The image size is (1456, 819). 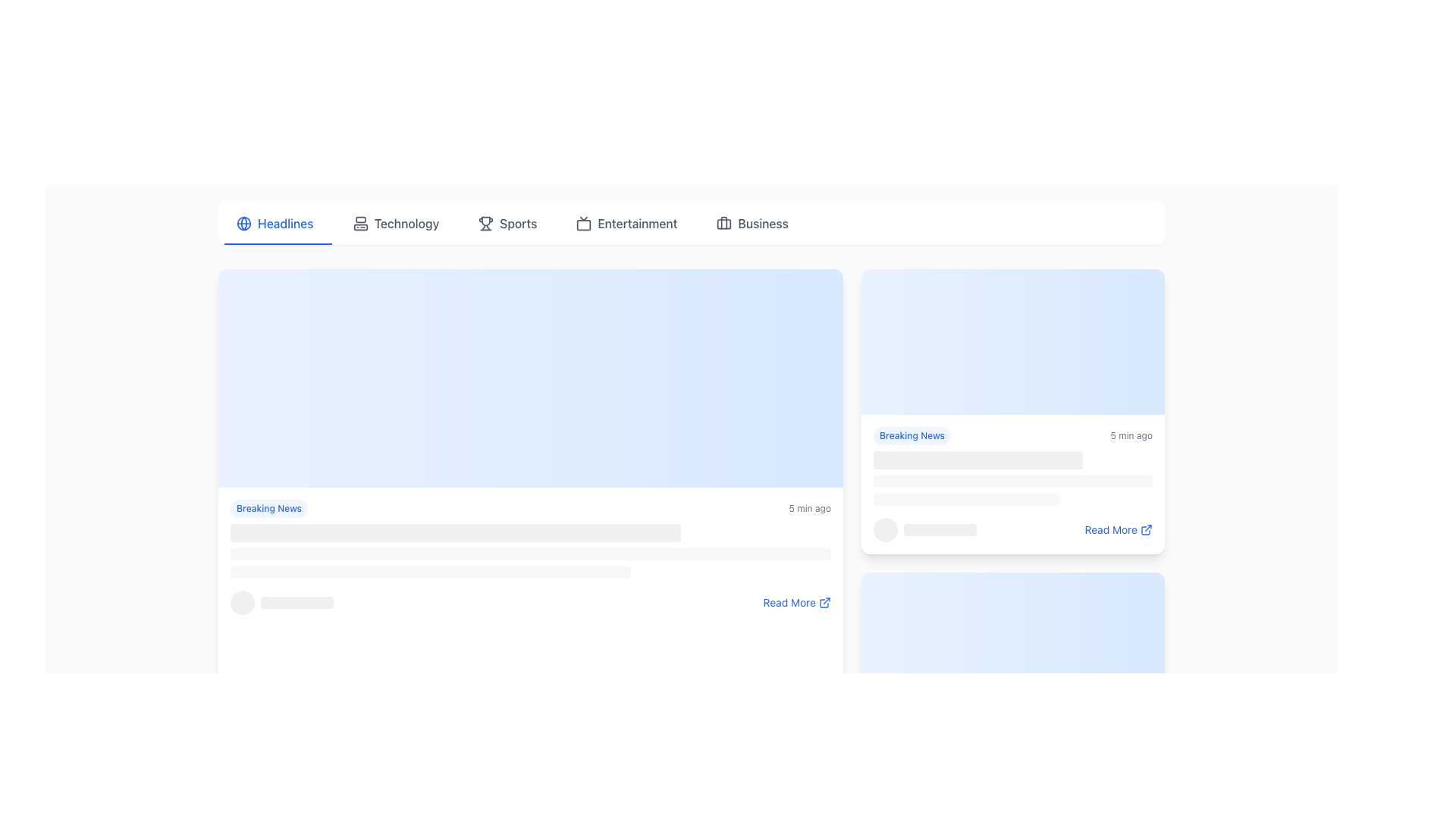 I want to click on the placeholder or skeleton loader located to the right of the circular component and below the 'Breaking News' section, indicating content loading, so click(x=297, y=601).